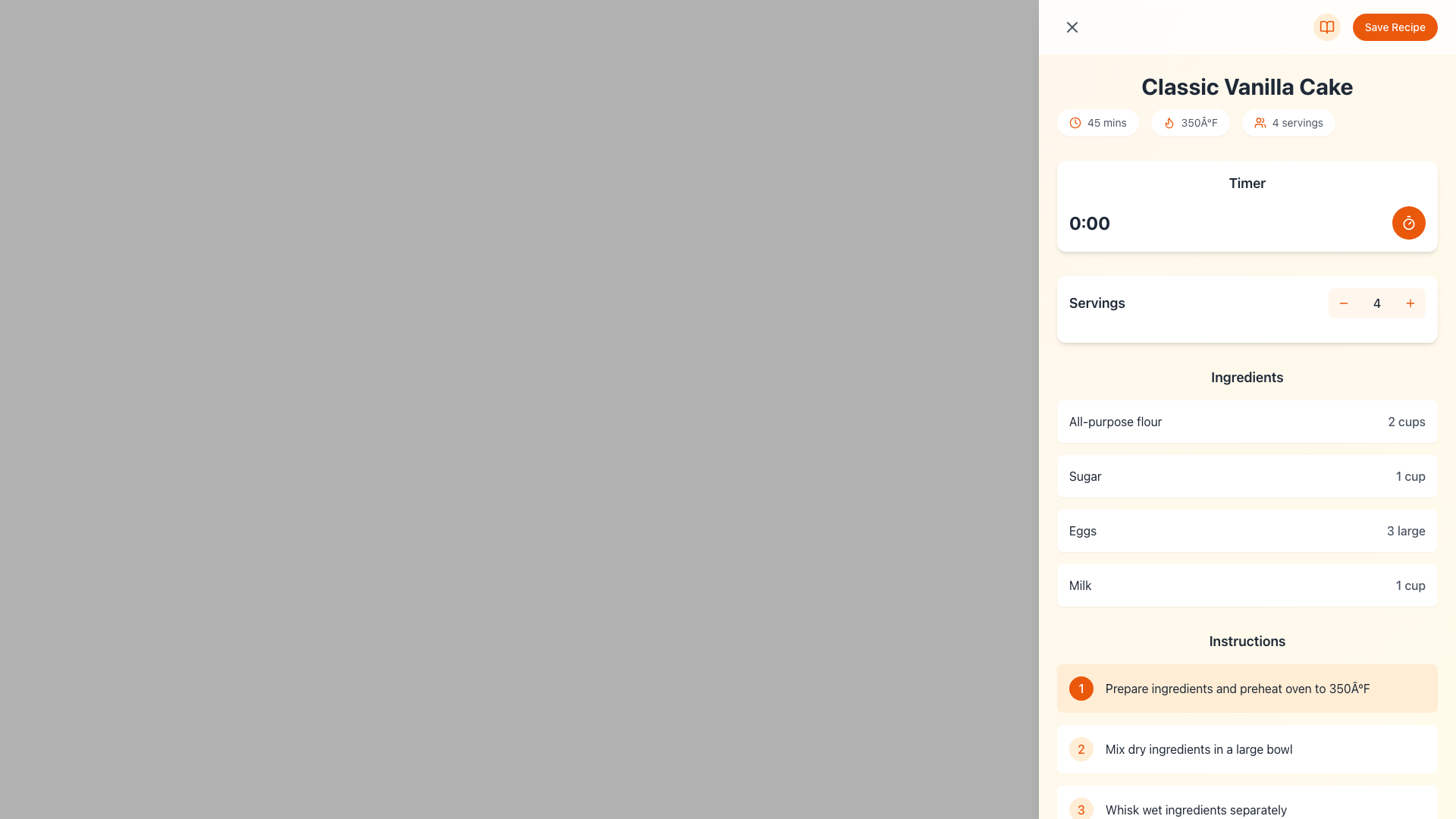 This screenshot has height=819, width=1456. I want to click on the central circular part of the timer icon, which is located on the right side of the 'Timer' section beneath the 'Classic Vanilla Cake' heading, so click(1407, 223).